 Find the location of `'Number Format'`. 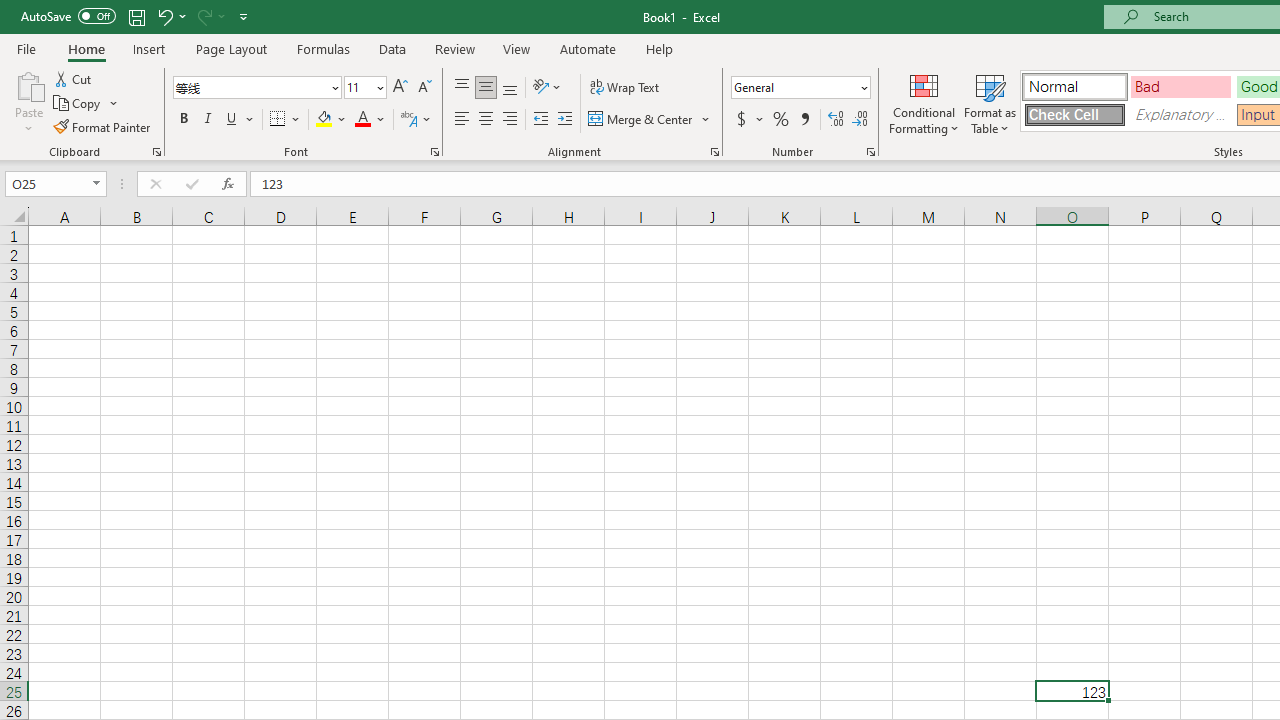

'Number Format' is located at coordinates (793, 86).